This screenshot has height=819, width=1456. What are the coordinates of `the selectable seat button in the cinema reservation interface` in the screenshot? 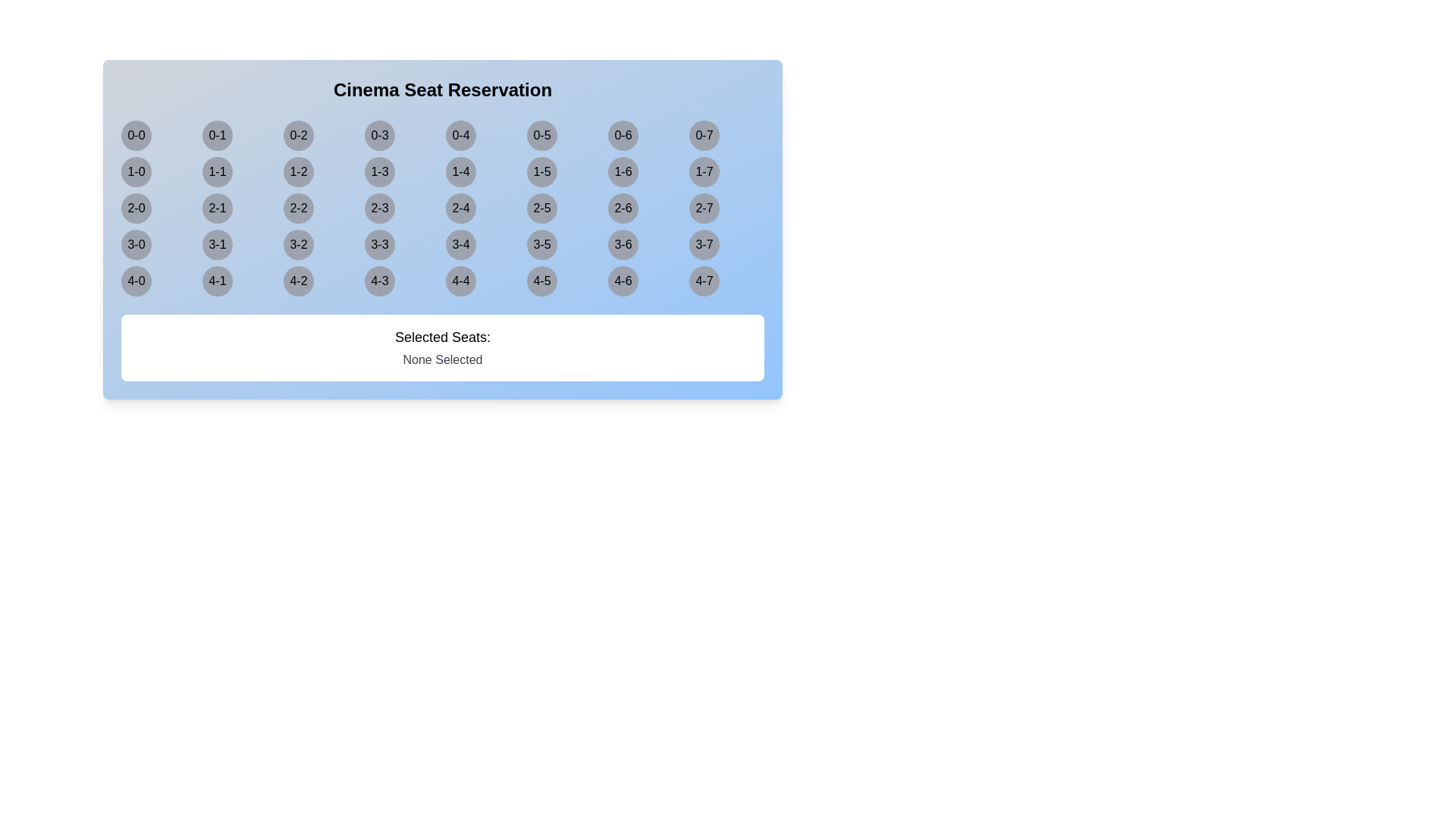 It's located at (298, 171).